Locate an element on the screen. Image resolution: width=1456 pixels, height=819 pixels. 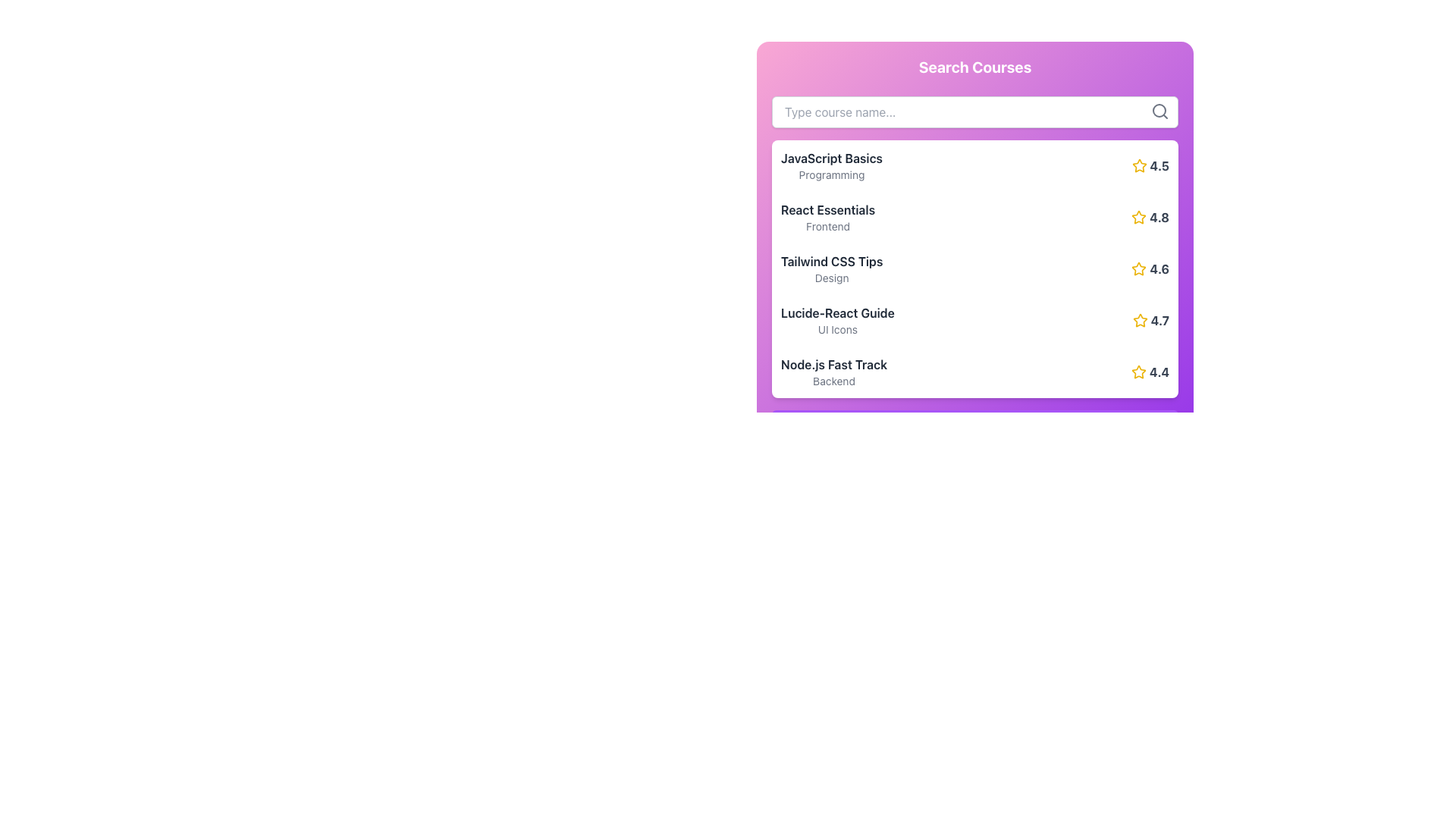
text label displaying 'Tailwind CSS Tips' which is styled in bold dark gray color and is located in the middle-left section of the UI card under the heading 'Search Courses' is located at coordinates (831, 260).